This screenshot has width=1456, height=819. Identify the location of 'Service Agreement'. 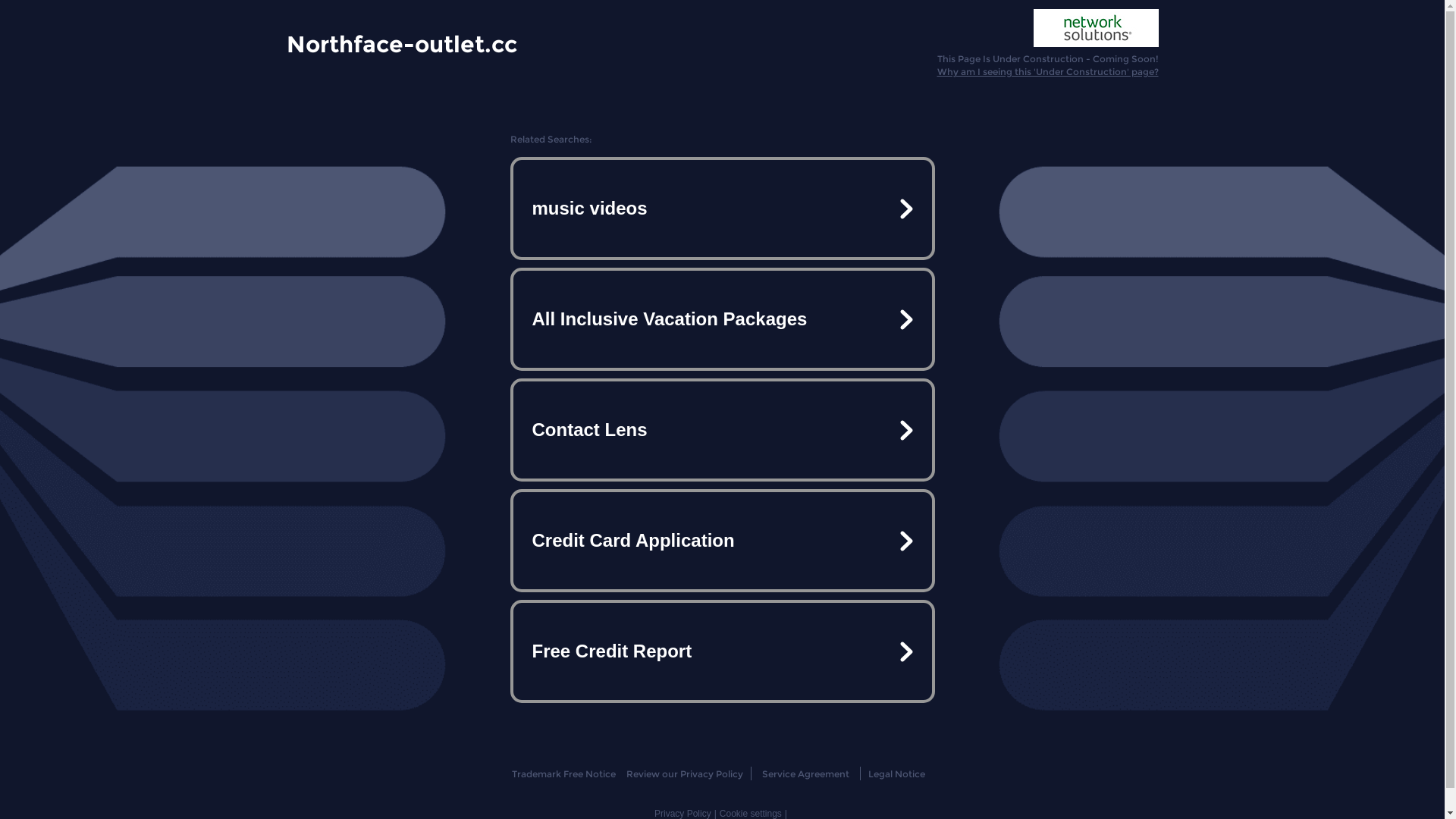
(805, 773).